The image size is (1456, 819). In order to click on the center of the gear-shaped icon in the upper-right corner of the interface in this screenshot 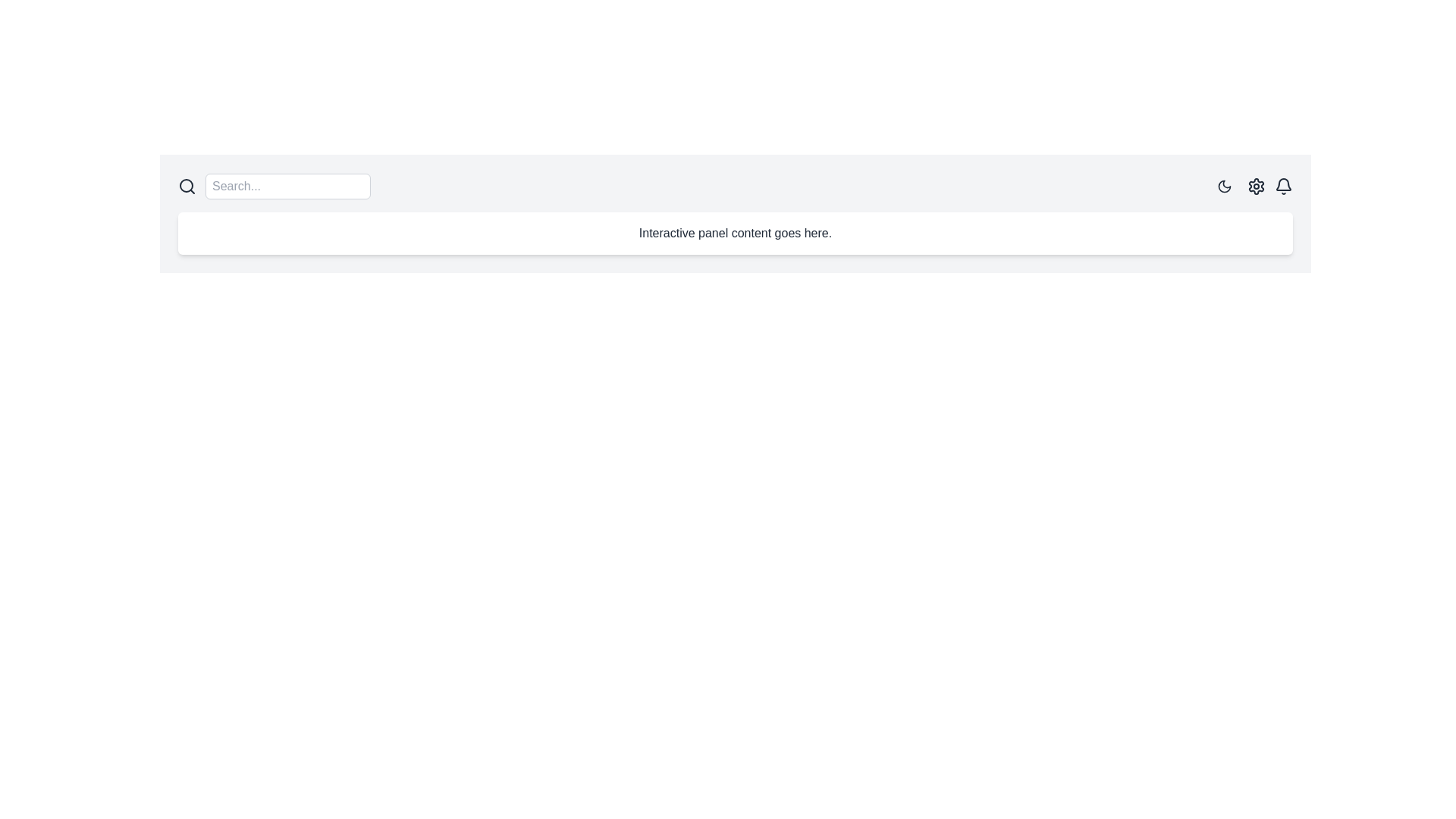, I will do `click(1256, 186)`.